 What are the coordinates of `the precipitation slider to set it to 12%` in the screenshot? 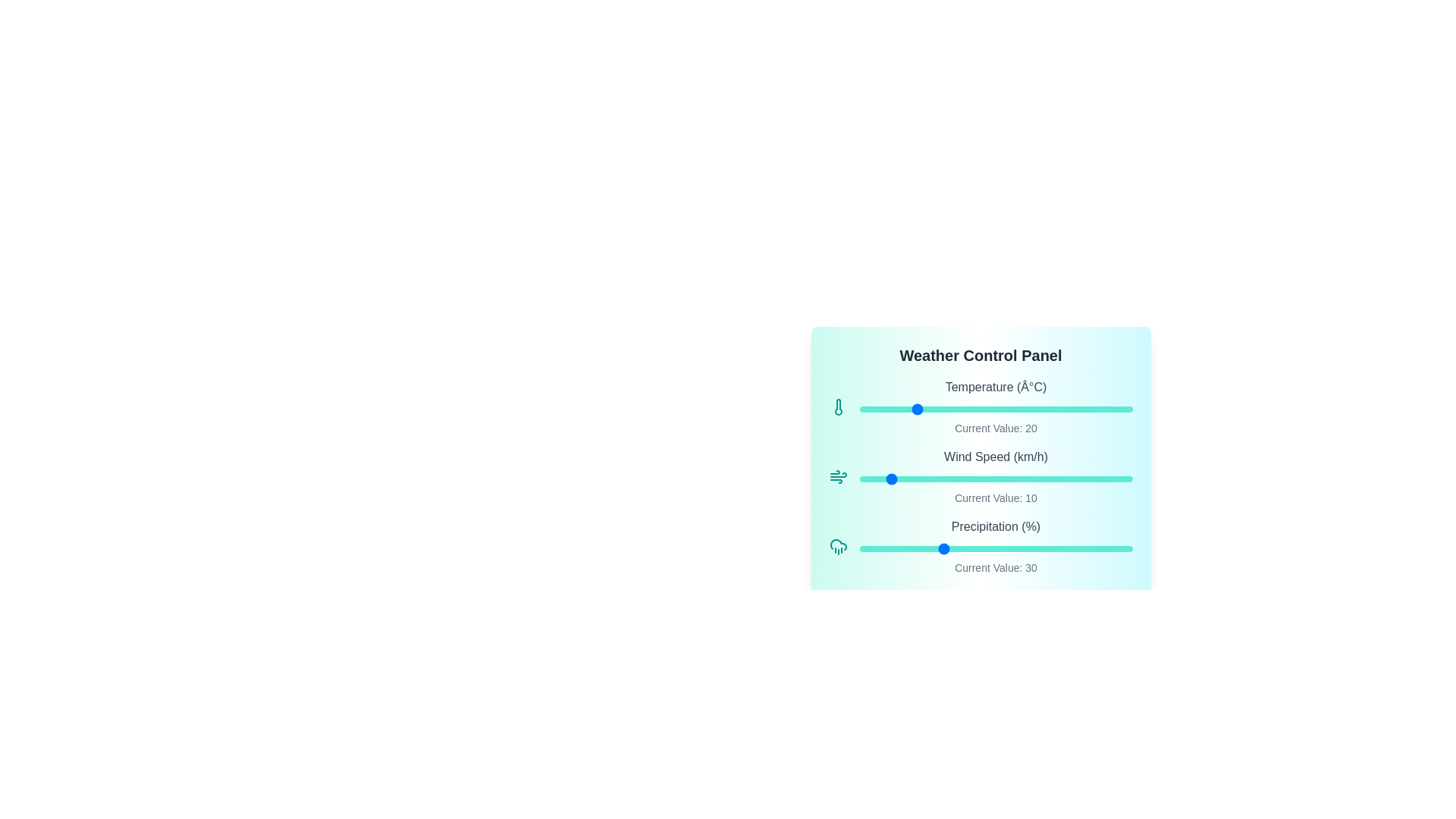 It's located at (892, 549).